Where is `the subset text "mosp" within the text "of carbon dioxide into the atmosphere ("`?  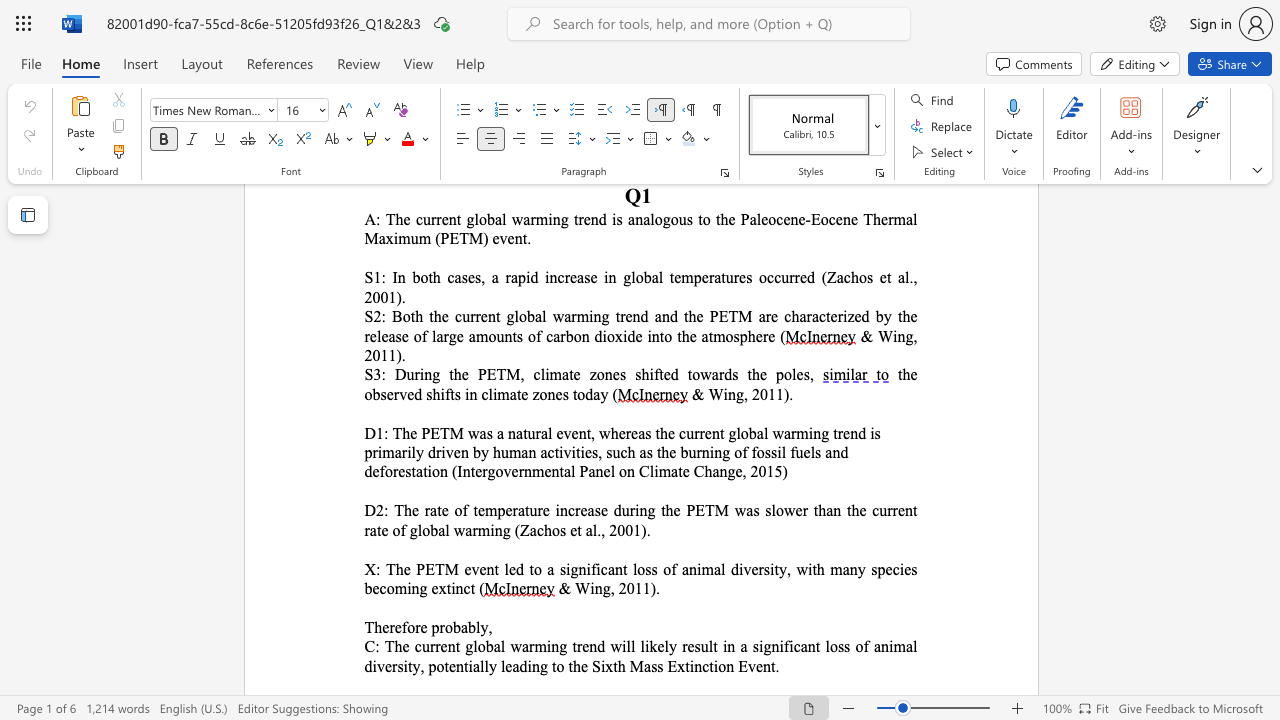 the subset text "mosp" within the text "of carbon dioxide into the atmosphere (" is located at coordinates (713, 335).